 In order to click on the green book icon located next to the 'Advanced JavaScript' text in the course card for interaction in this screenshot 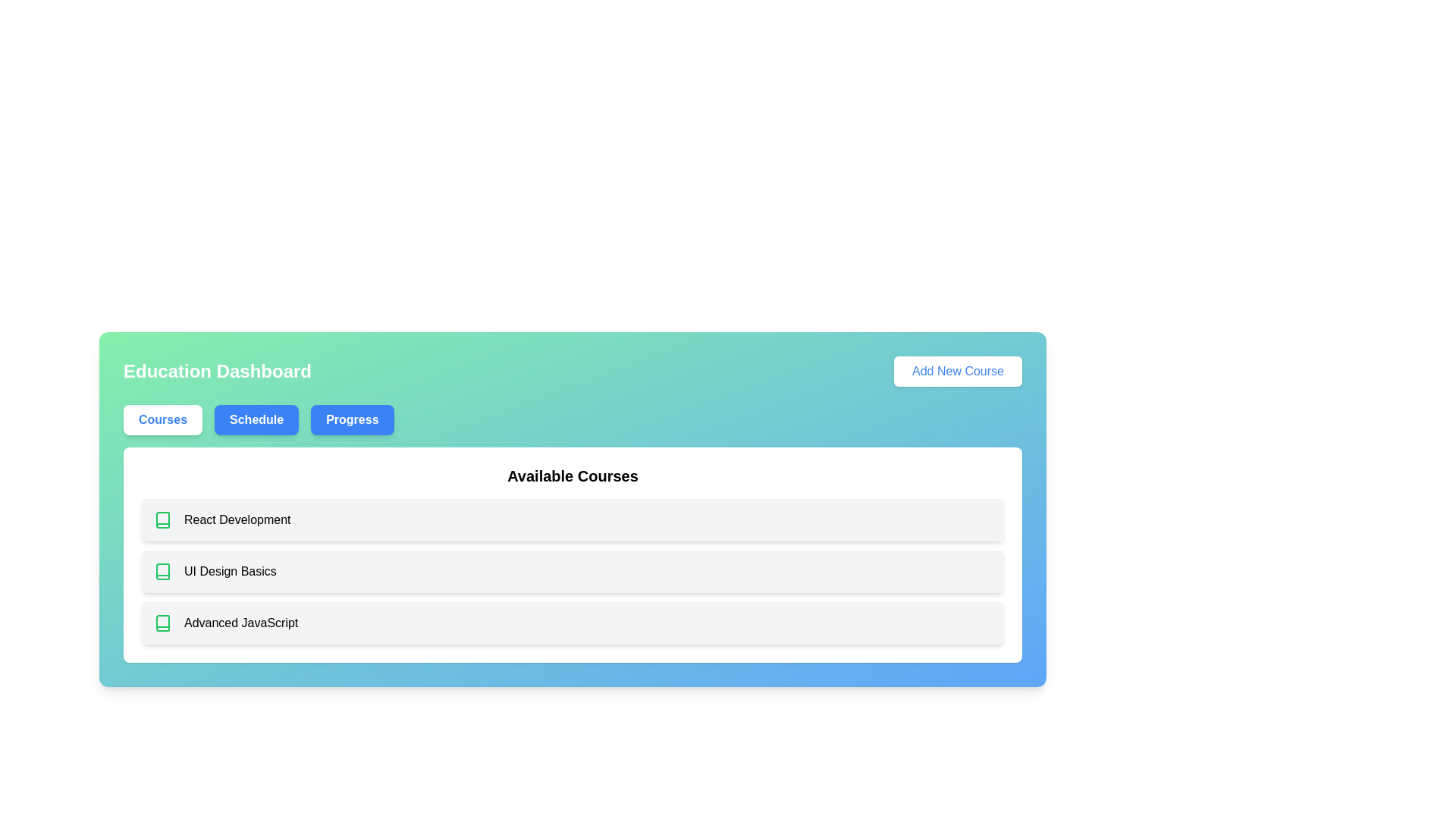, I will do `click(163, 623)`.